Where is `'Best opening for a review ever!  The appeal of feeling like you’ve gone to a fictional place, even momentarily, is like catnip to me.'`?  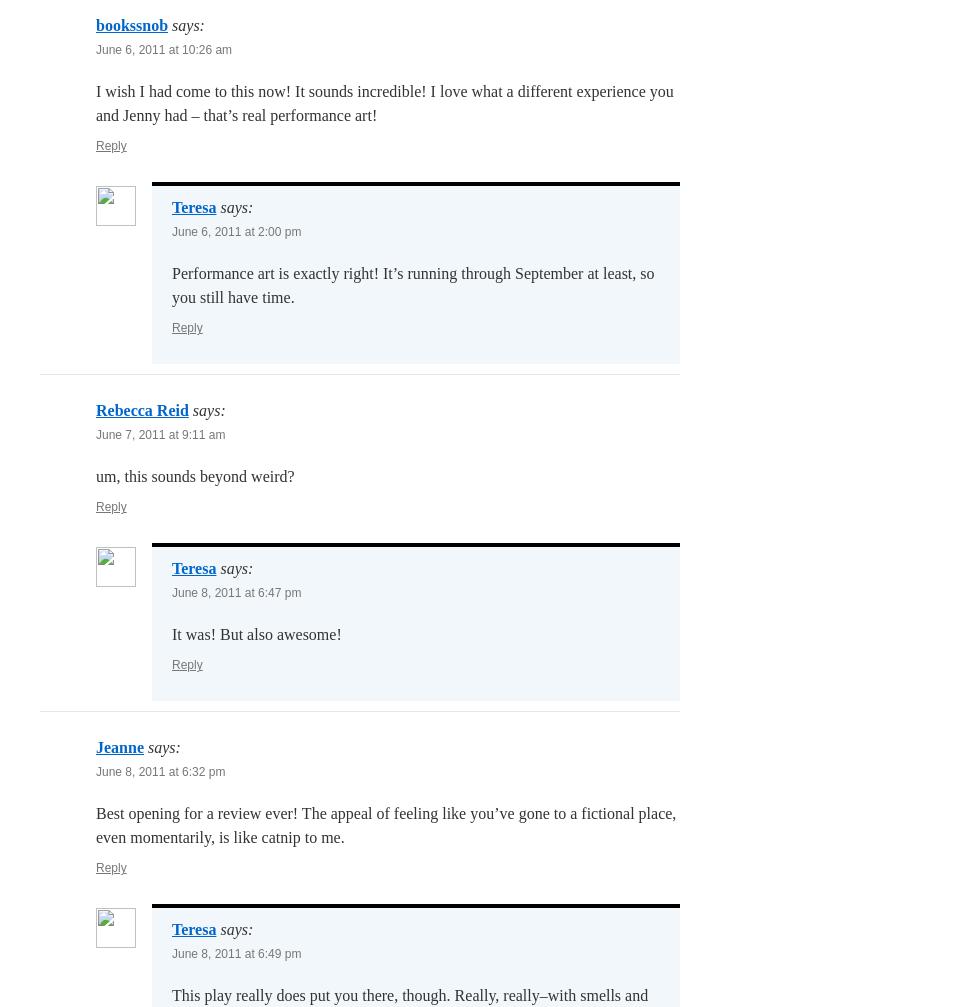 'Best opening for a review ever!  The appeal of feeling like you’ve gone to a fictional place, even momentarily, is like catnip to me.' is located at coordinates (386, 824).